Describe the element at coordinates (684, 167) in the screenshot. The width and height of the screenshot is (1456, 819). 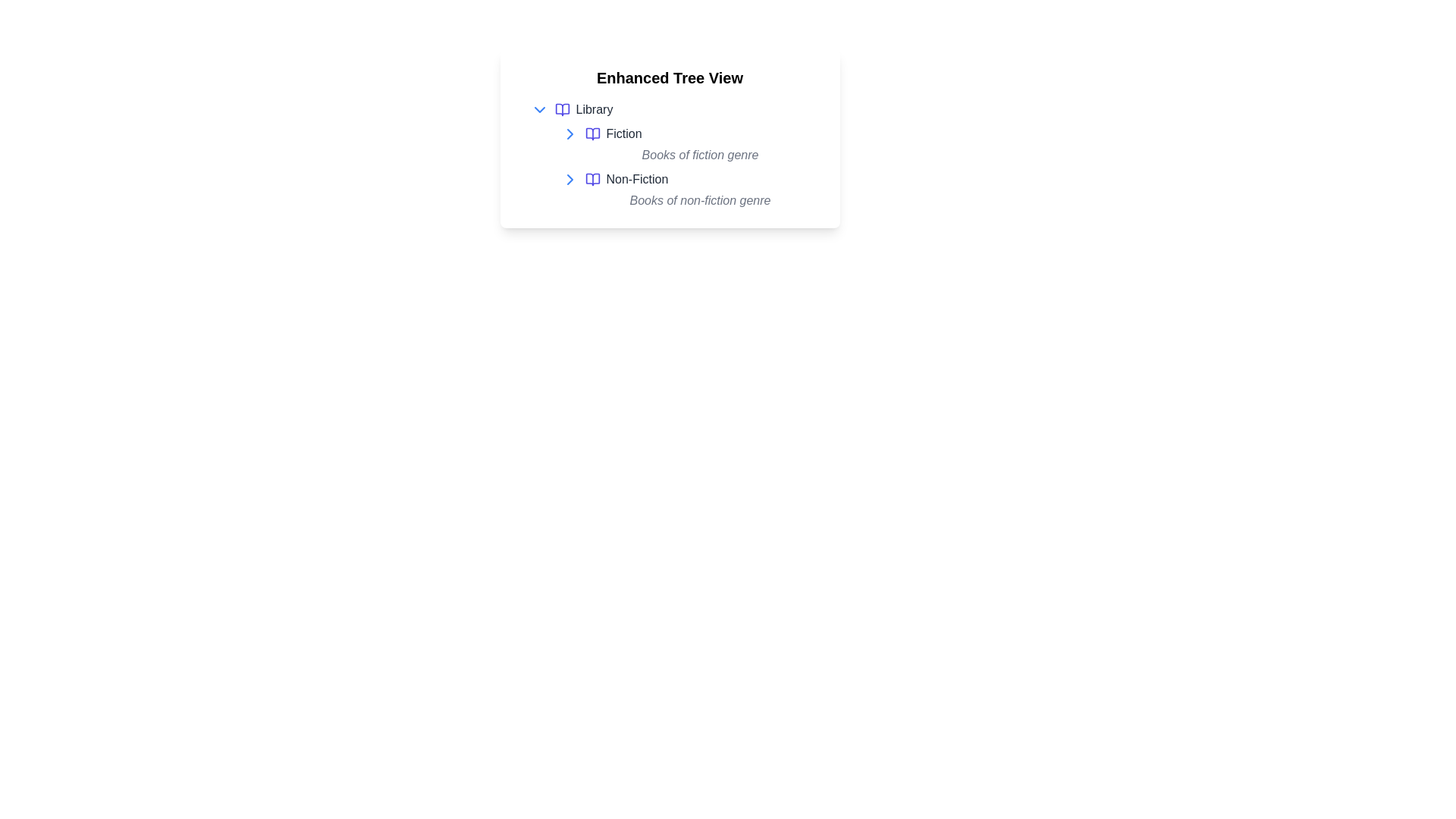
I see `the text block displaying categorized items for 'Fiction' and 'Non-Fiction', located in the middle-right section below the 'Enhanced Tree View' heading` at that location.